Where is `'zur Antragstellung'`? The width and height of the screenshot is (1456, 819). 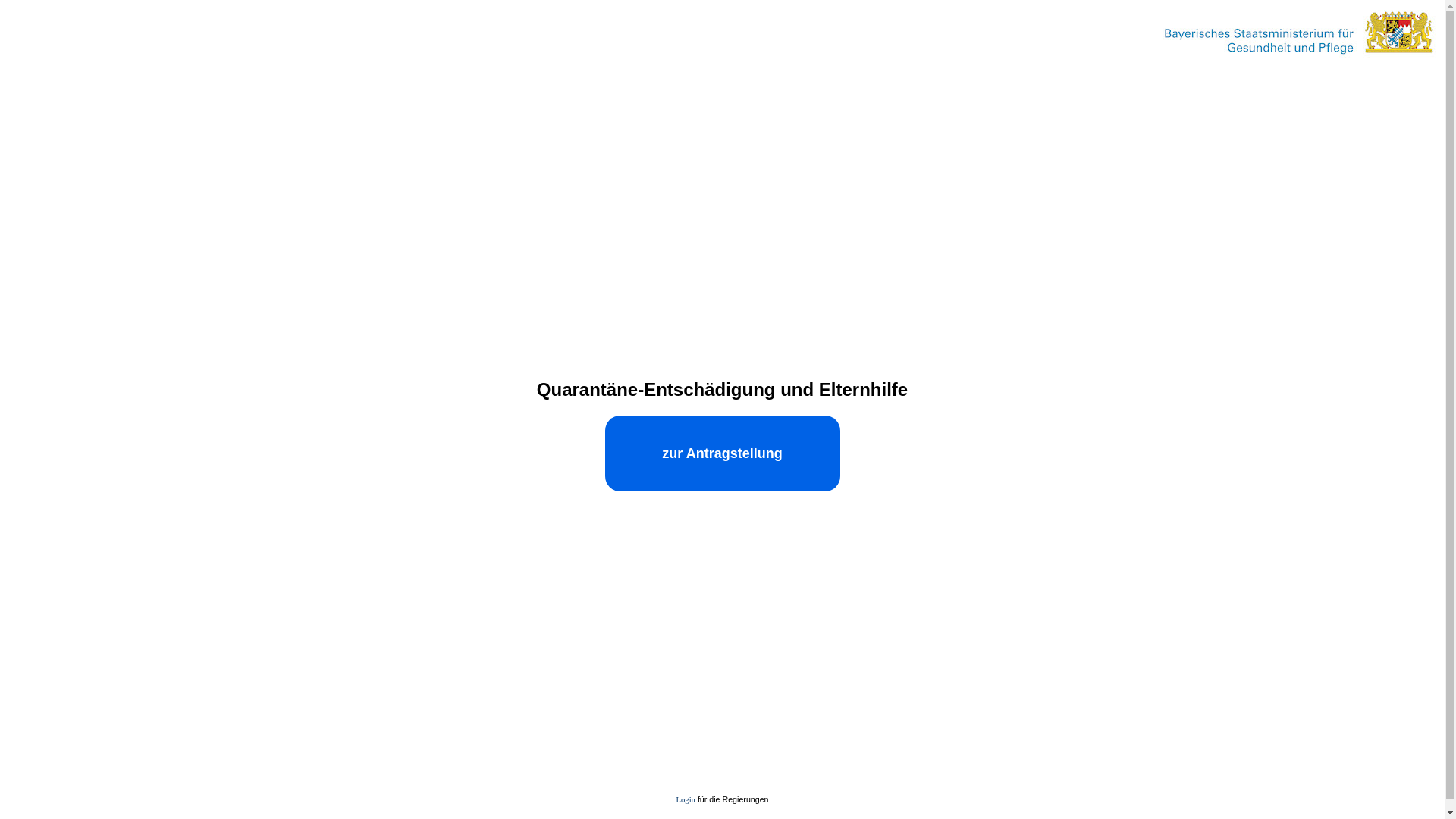
'zur Antragstellung' is located at coordinates (722, 452).